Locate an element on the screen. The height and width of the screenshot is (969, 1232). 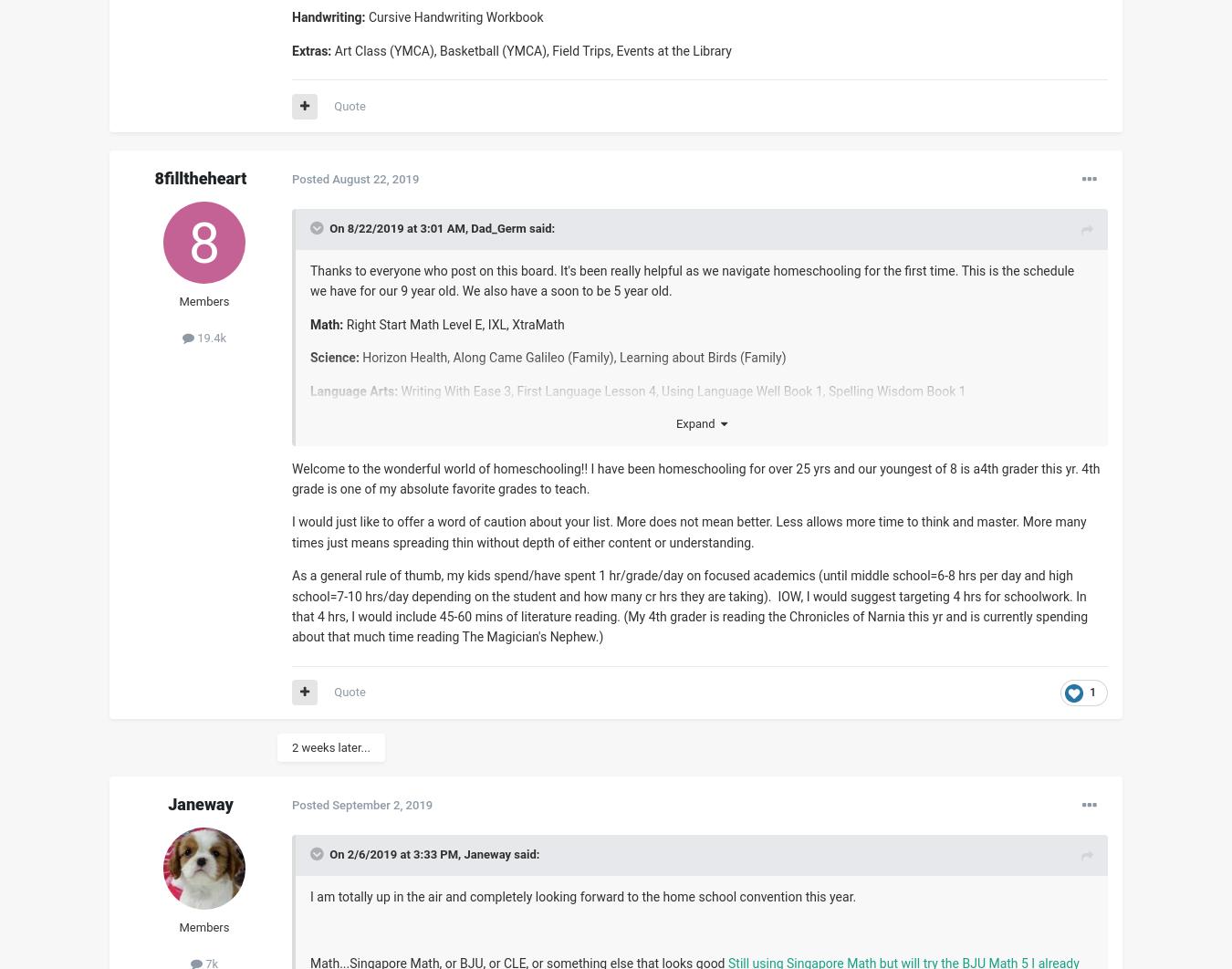
'Expand' is located at coordinates (697, 422).